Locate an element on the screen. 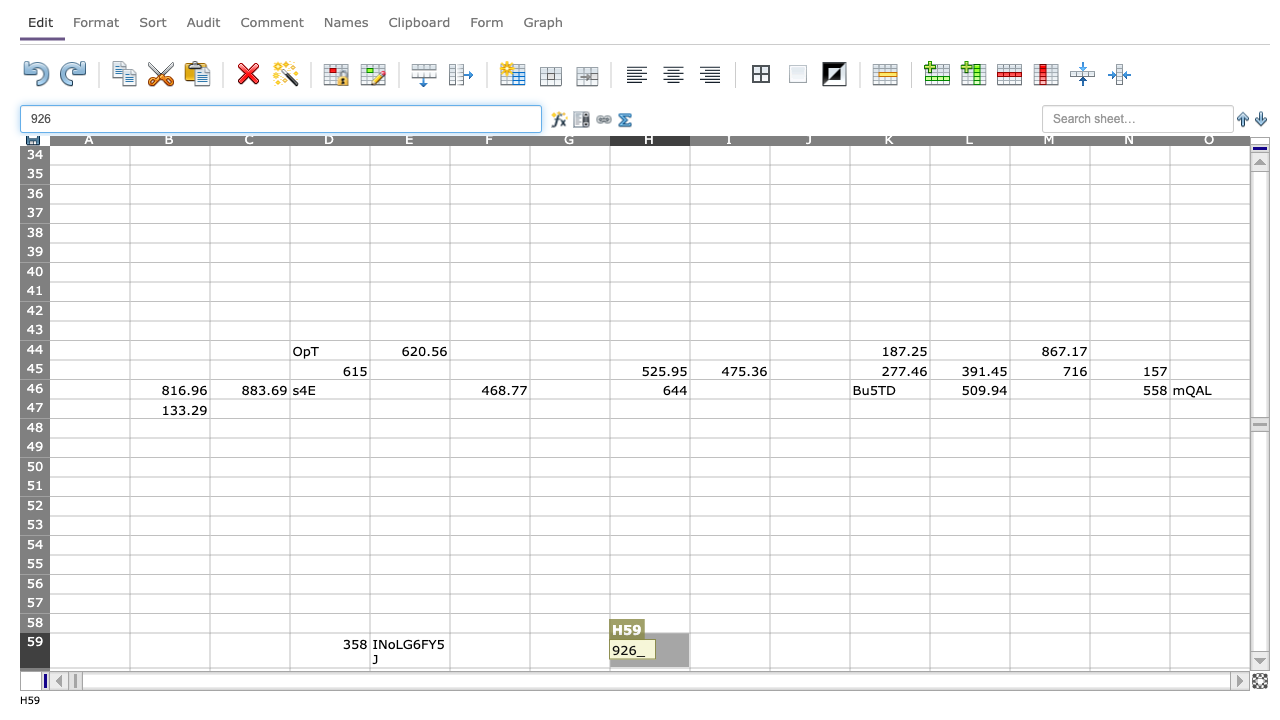  Bottom right corner of cell L-59 is located at coordinates (1010, 668).